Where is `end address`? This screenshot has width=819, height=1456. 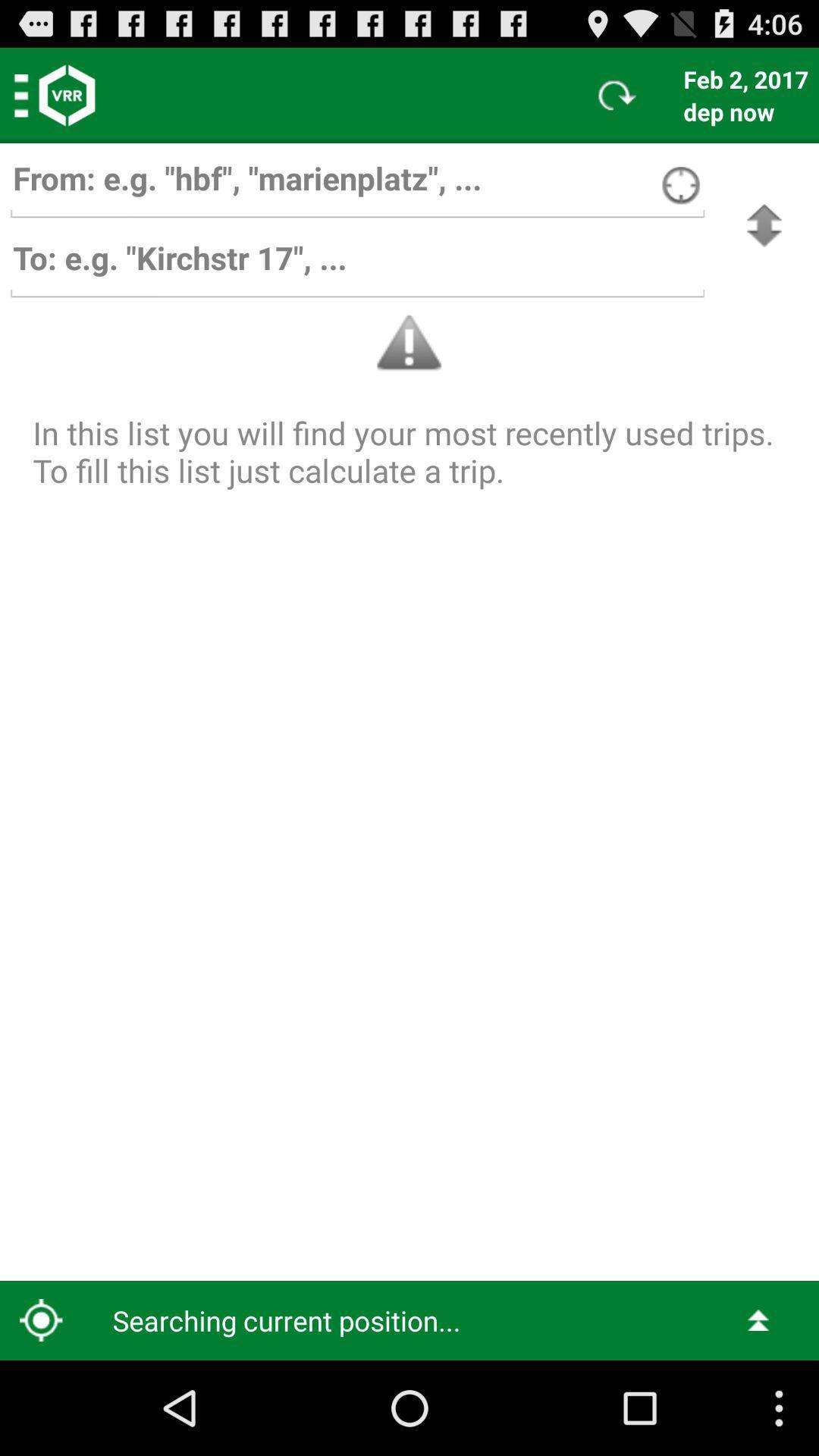 end address is located at coordinates (357, 265).